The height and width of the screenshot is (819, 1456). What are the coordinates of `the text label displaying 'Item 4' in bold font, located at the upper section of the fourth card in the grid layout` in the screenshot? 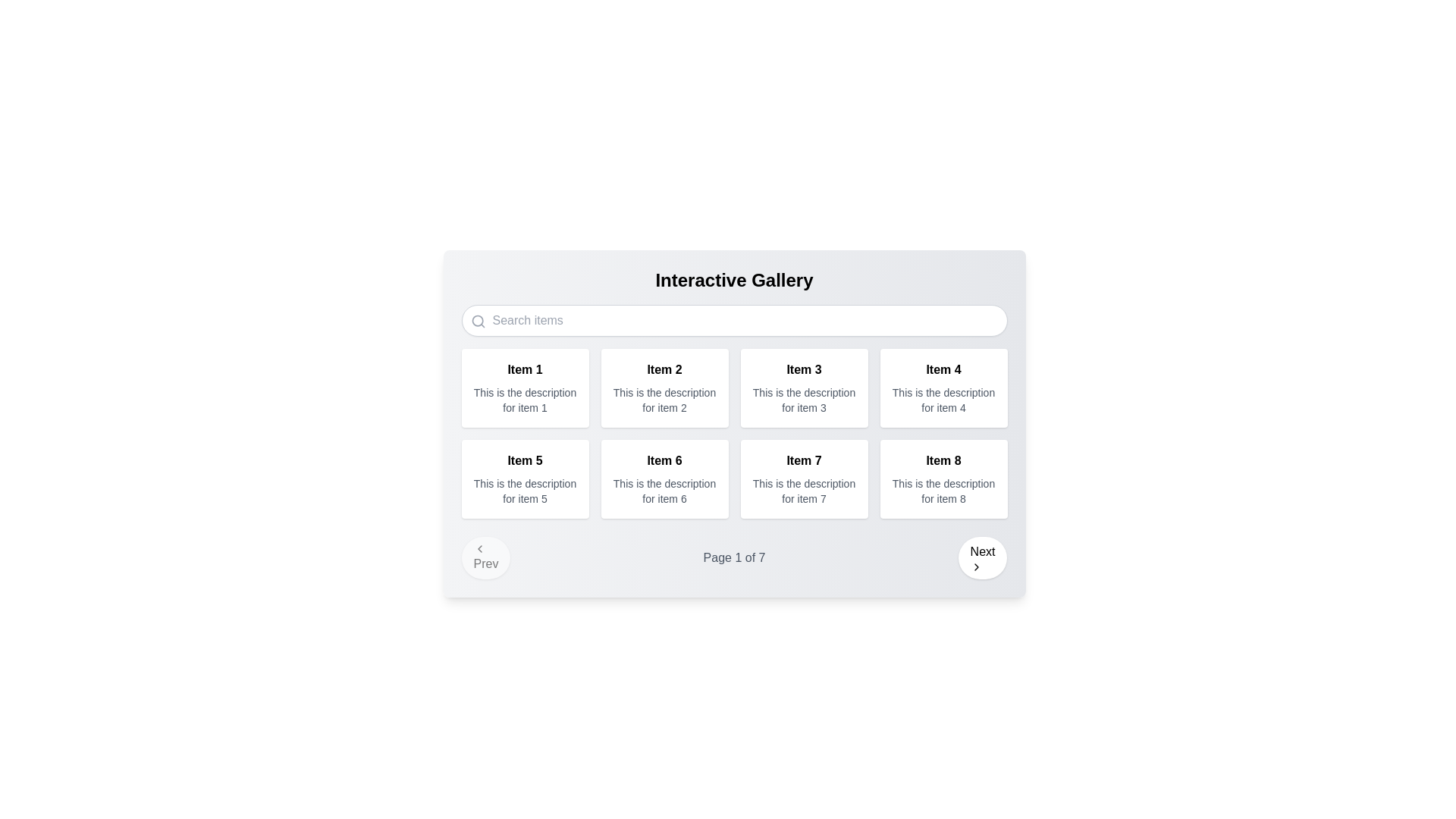 It's located at (943, 370).